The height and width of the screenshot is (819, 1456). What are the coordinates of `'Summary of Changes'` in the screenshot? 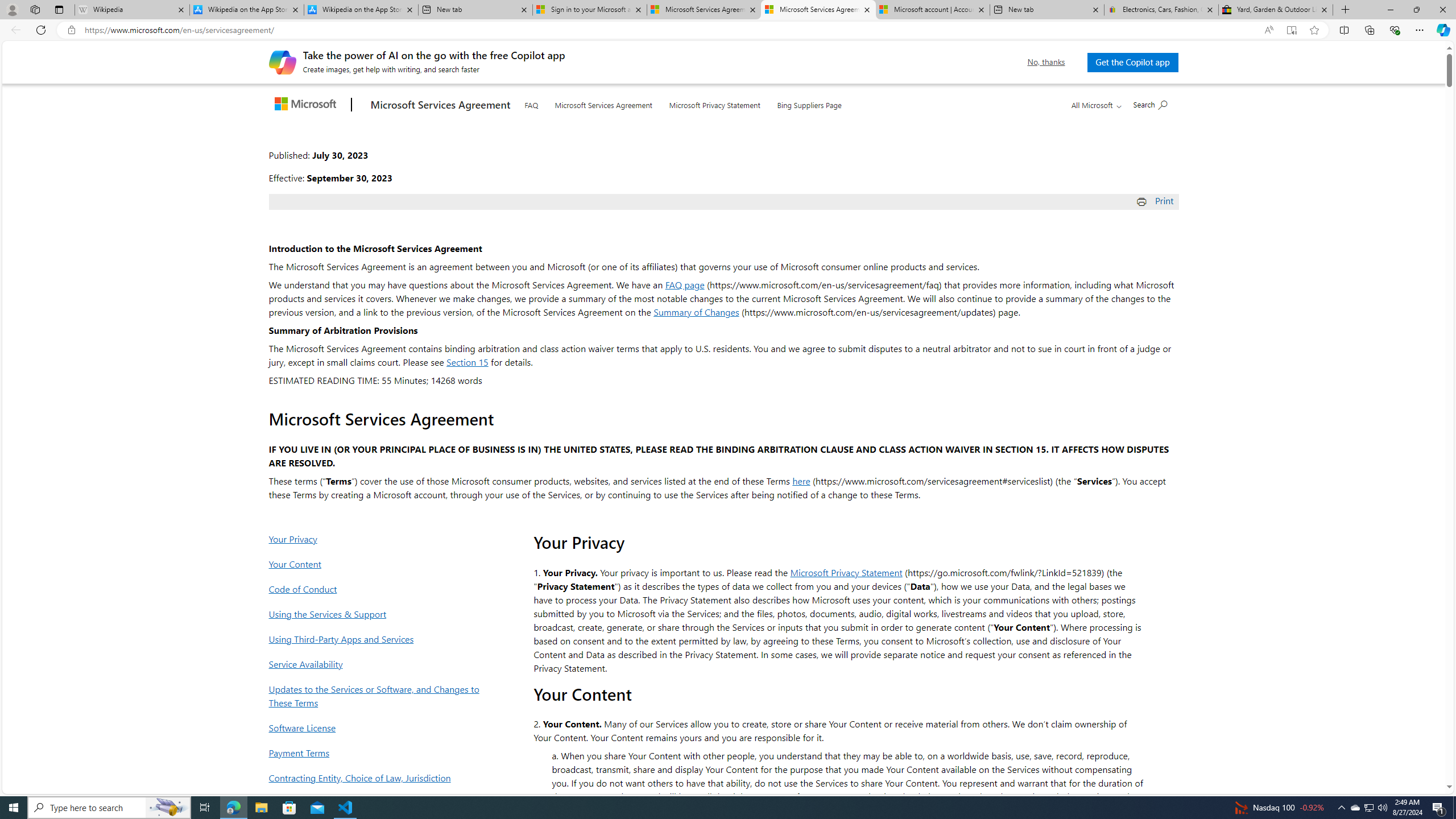 It's located at (696, 311).